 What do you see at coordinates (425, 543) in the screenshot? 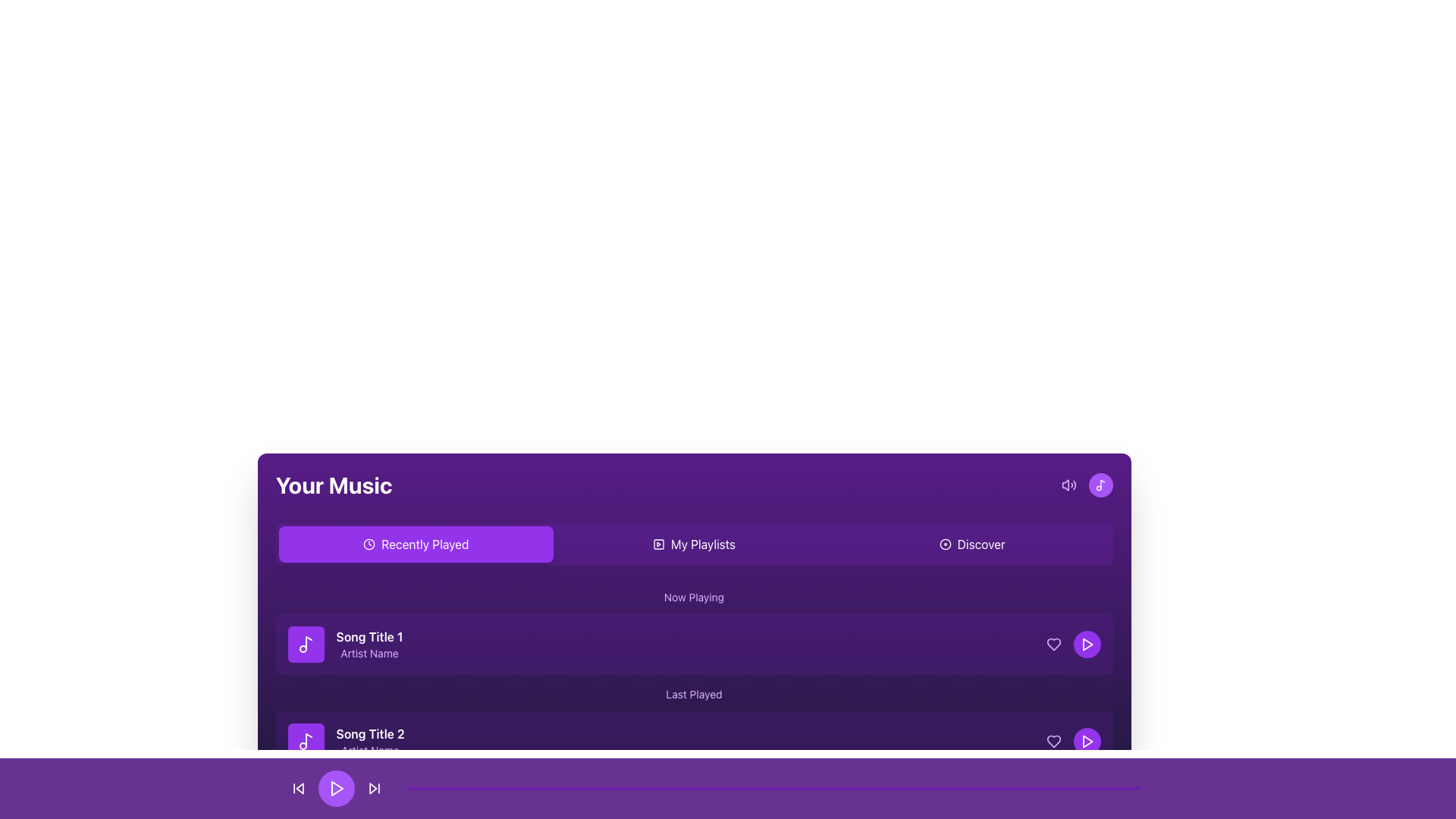
I see `the 'Recently Played' text label in the music interface` at bounding box center [425, 543].